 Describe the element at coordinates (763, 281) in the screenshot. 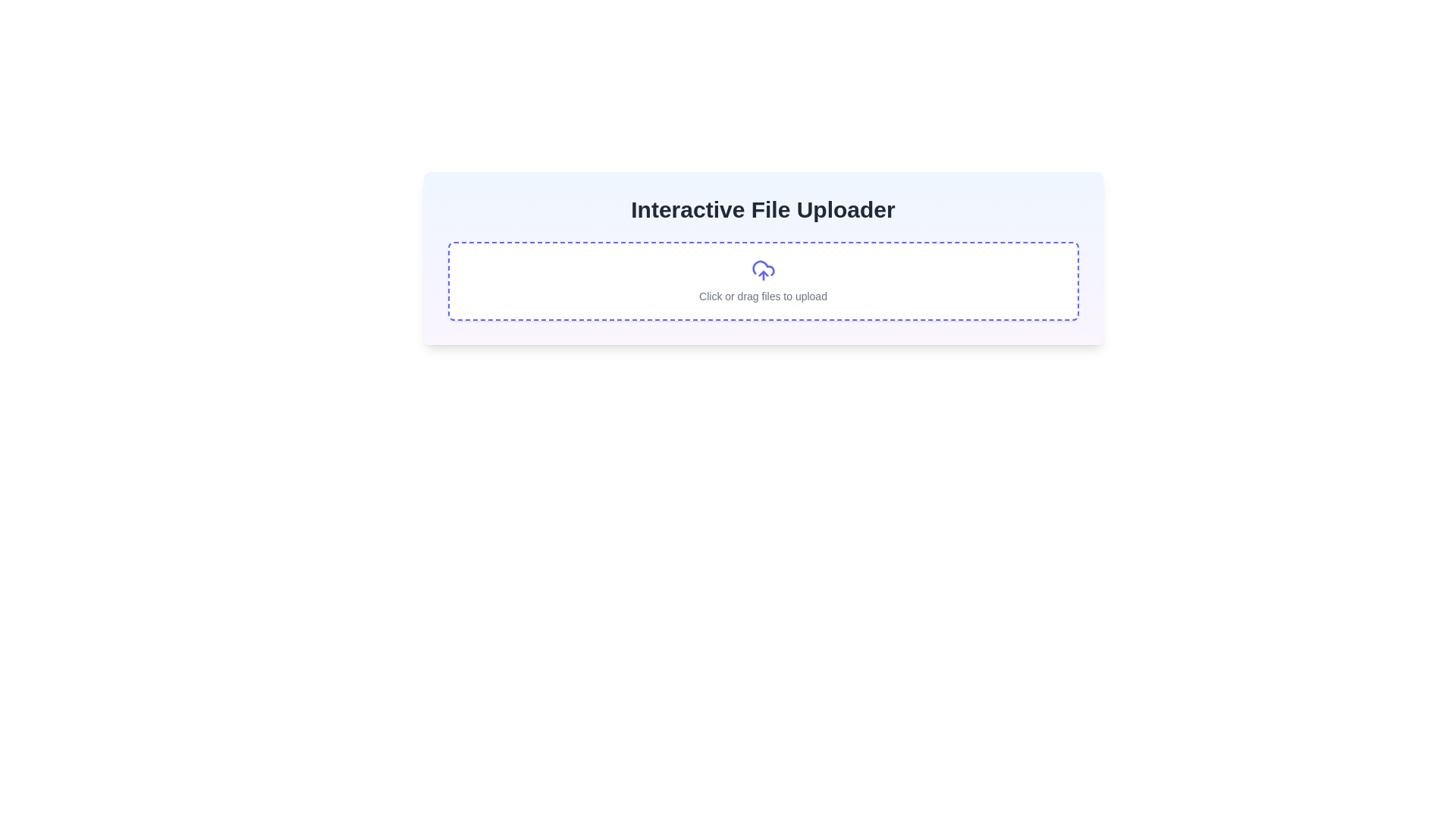

I see `the clickable file upload area located beneath the 'Interactive File Uploader' heading` at that location.